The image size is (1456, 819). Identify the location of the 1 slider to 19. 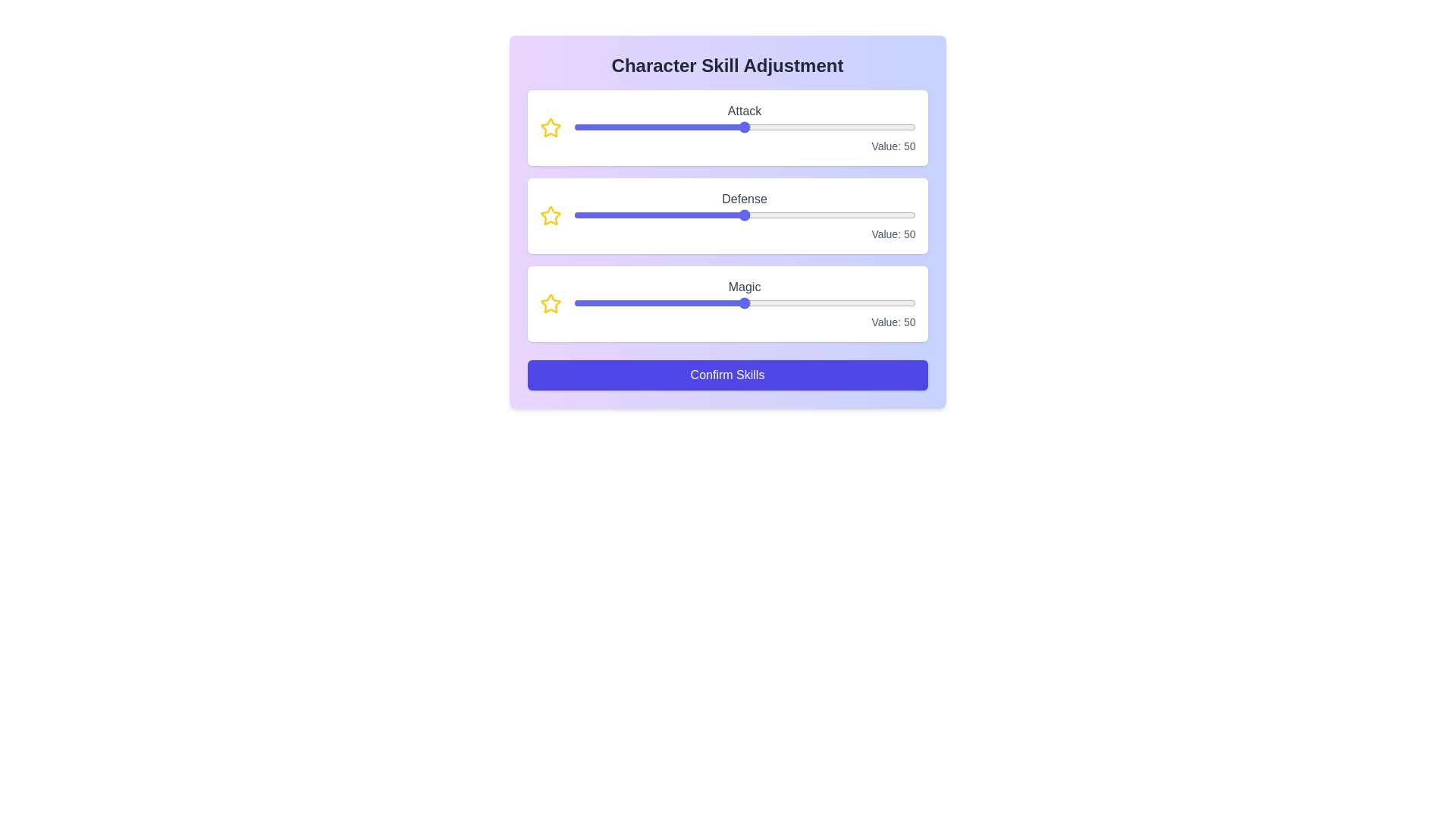
(777, 215).